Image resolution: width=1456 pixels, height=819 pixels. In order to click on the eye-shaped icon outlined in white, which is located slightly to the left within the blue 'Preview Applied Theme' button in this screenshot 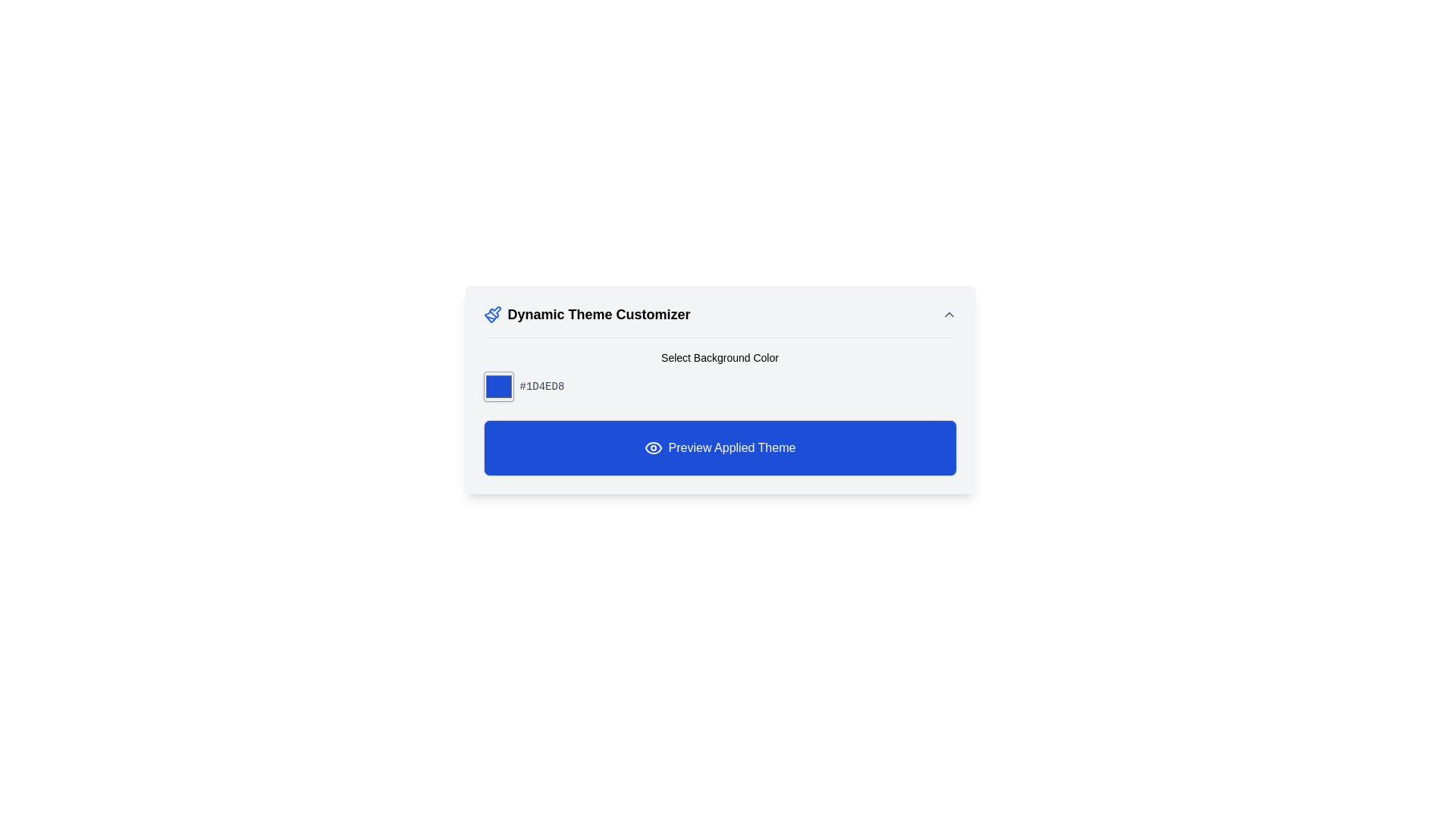, I will do `click(653, 447)`.